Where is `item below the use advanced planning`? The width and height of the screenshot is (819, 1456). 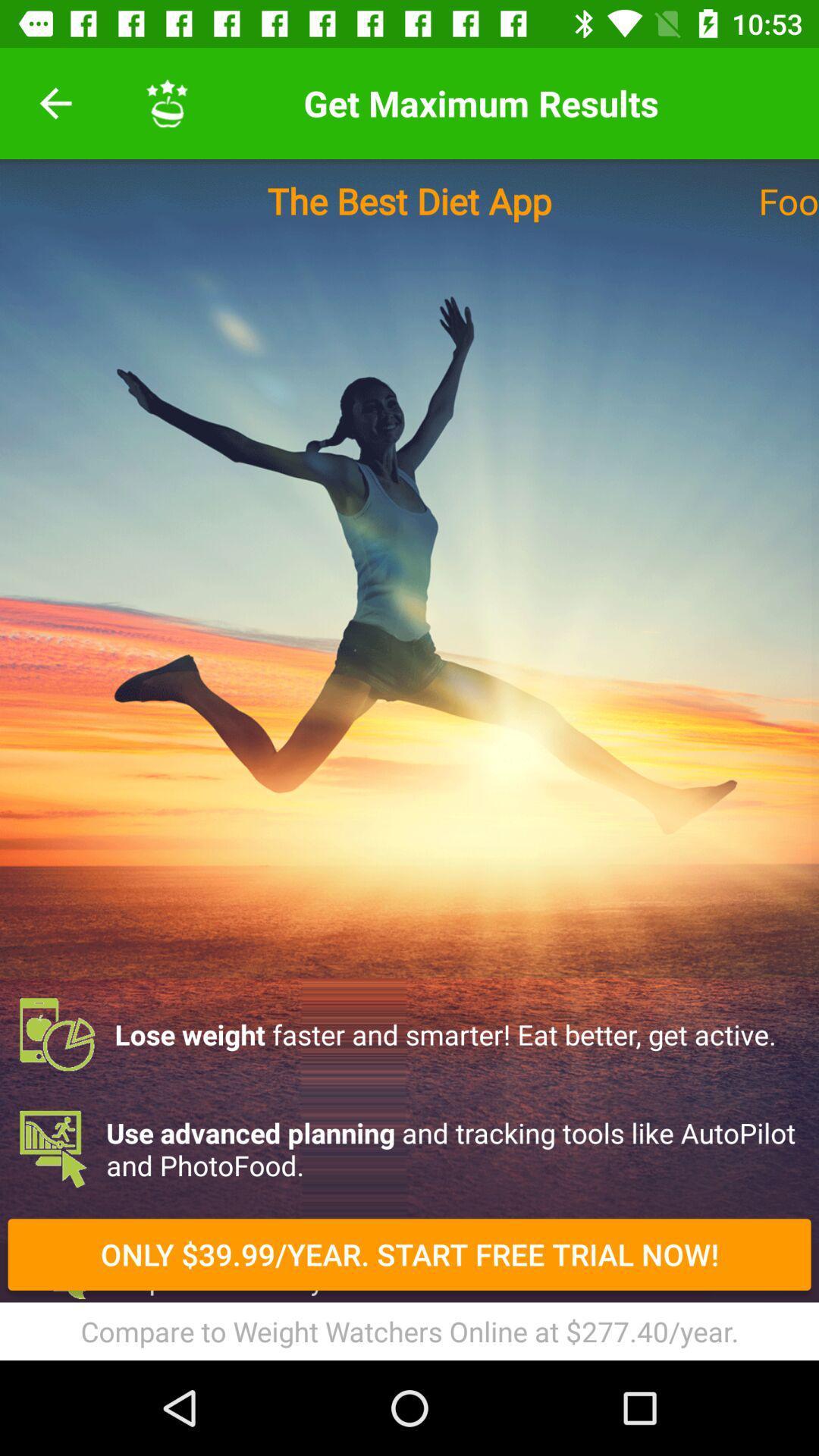 item below the use advanced planning is located at coordinates (409, 1263).